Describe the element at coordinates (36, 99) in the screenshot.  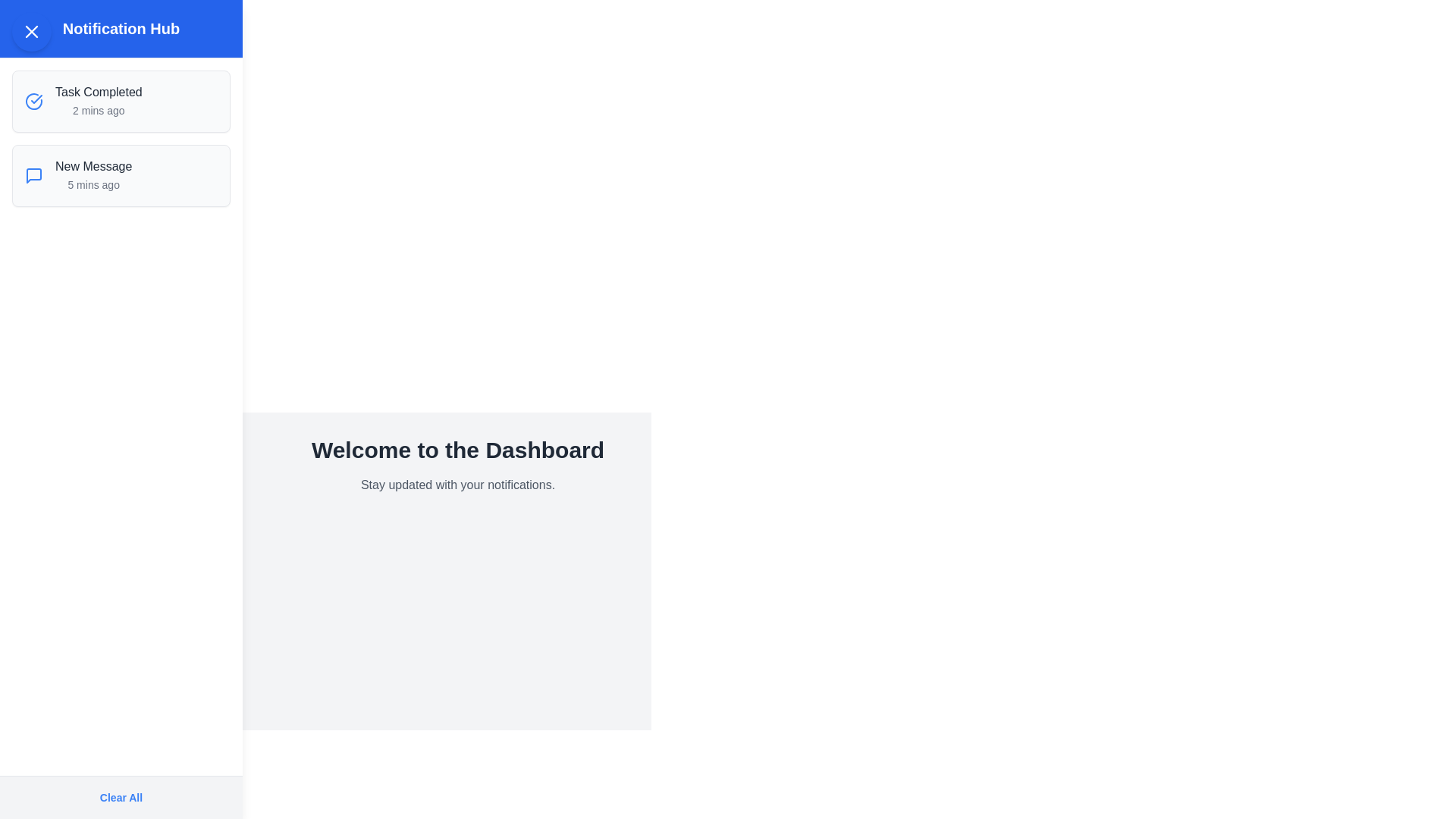
I see `the blue checkmark icon inside the circle, which represents completion, located in the Notification Hub interface under the 'Task Completed' notification` at that location.